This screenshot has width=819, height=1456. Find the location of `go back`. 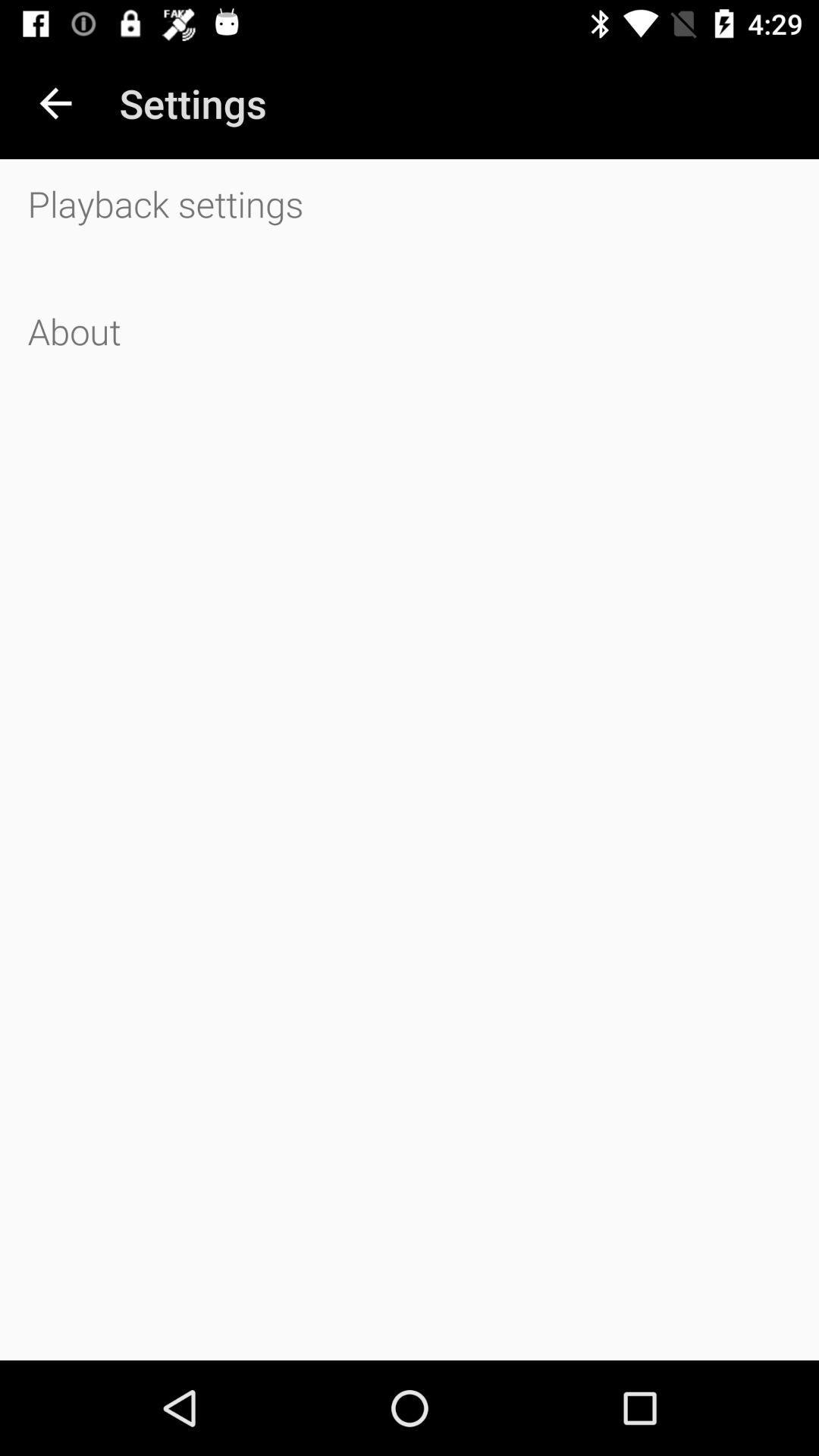

go back is located at coordinates (55, 102).